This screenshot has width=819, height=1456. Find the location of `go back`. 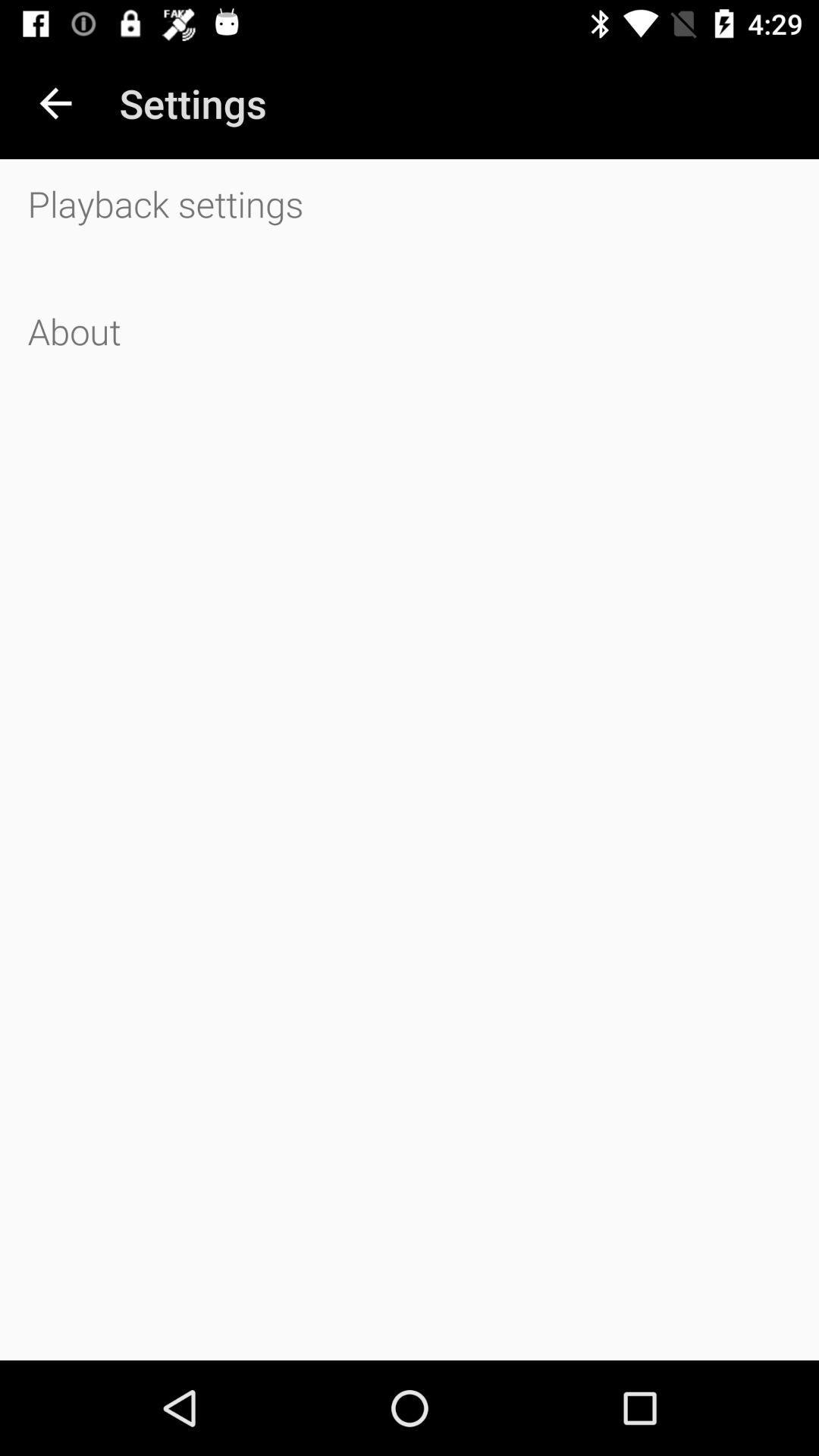

go back is located at coordinates (55, 102).